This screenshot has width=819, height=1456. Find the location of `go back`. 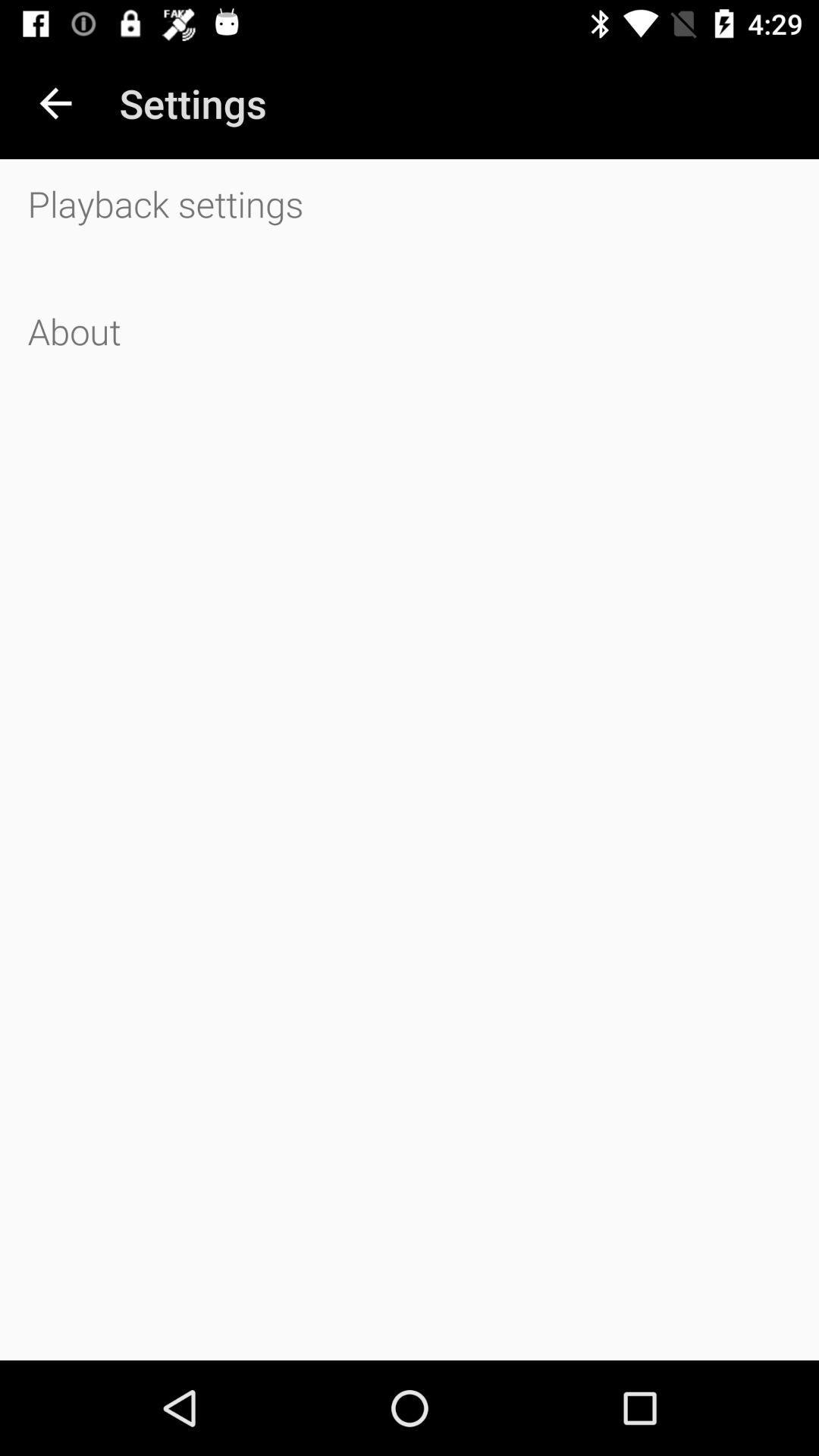

go back is located at coordinates (55, 102).